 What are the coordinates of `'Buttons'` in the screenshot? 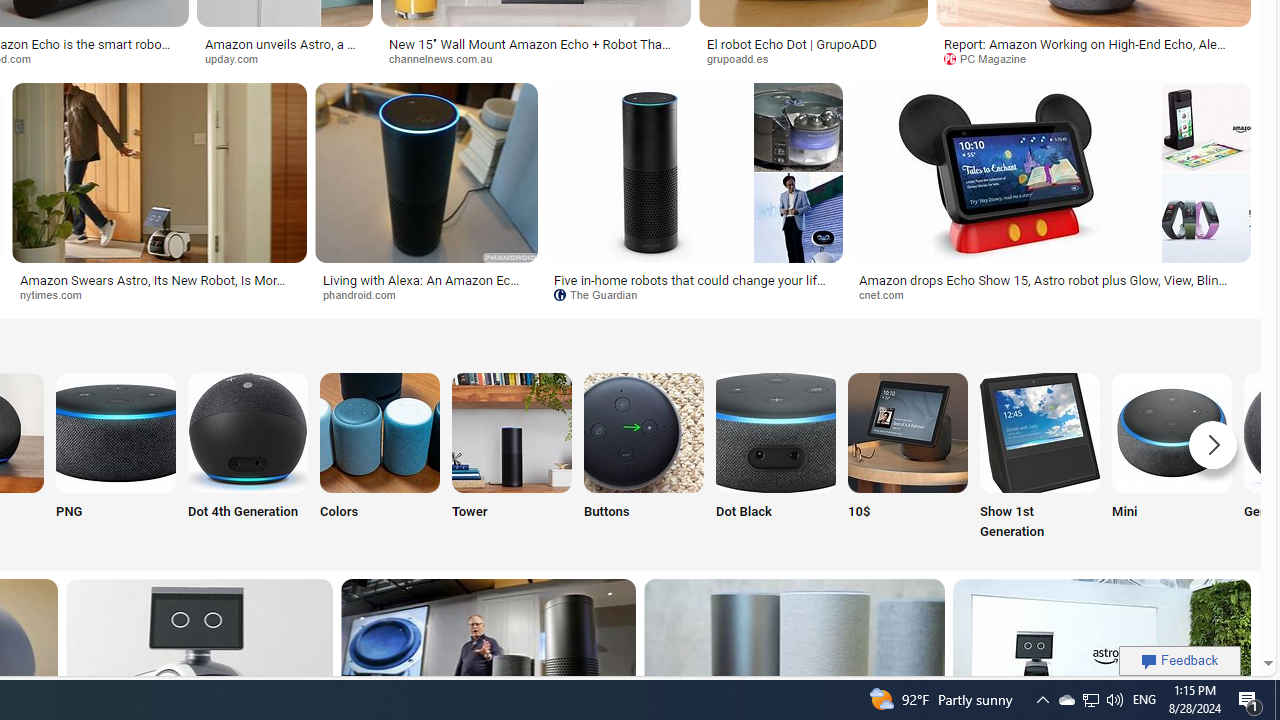 It's located at (643, 457).